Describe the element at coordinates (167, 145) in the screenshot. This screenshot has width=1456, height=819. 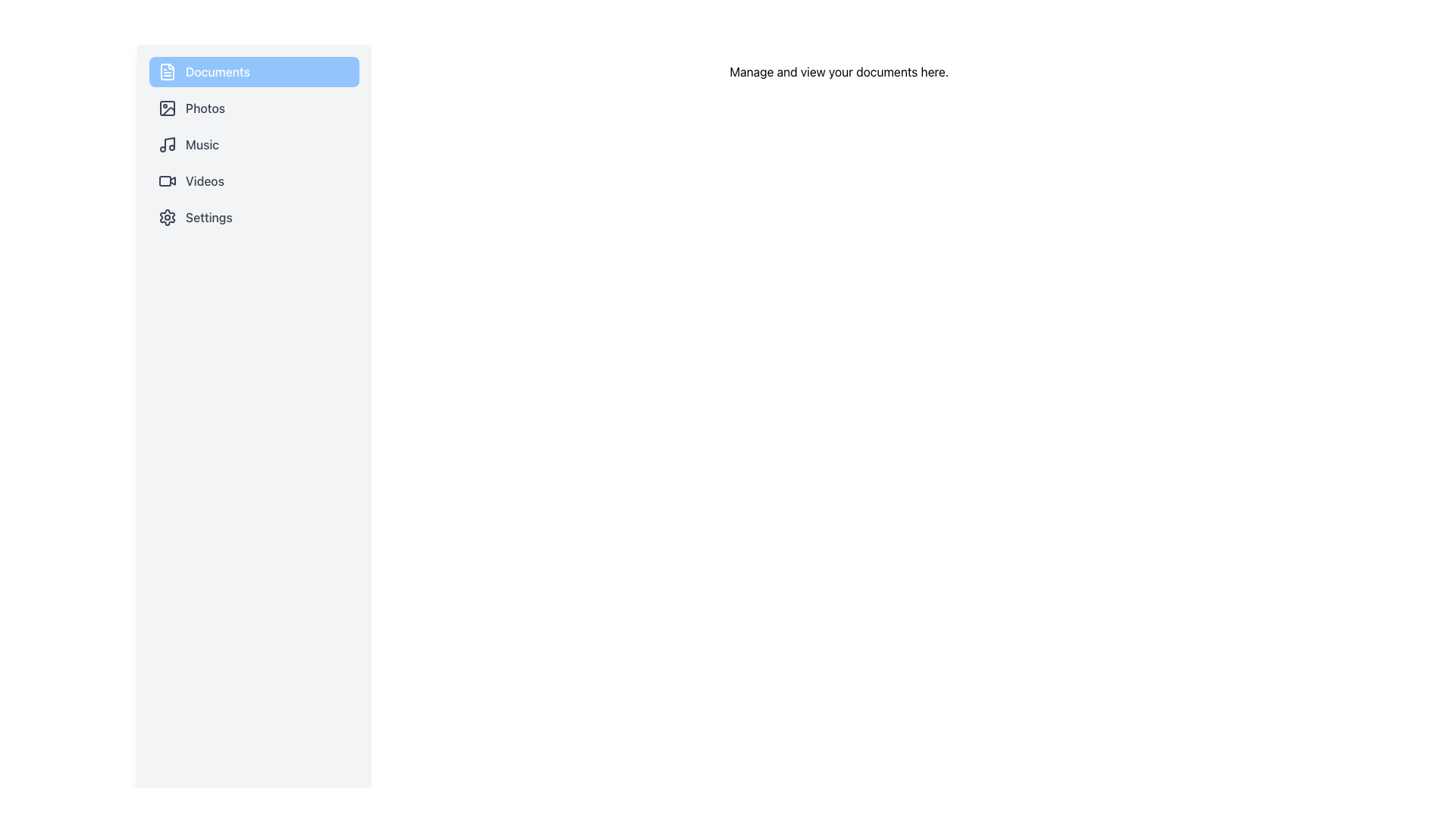
I see `the 'Music' icon located near the center of the left-hand navigation panel` at that location.